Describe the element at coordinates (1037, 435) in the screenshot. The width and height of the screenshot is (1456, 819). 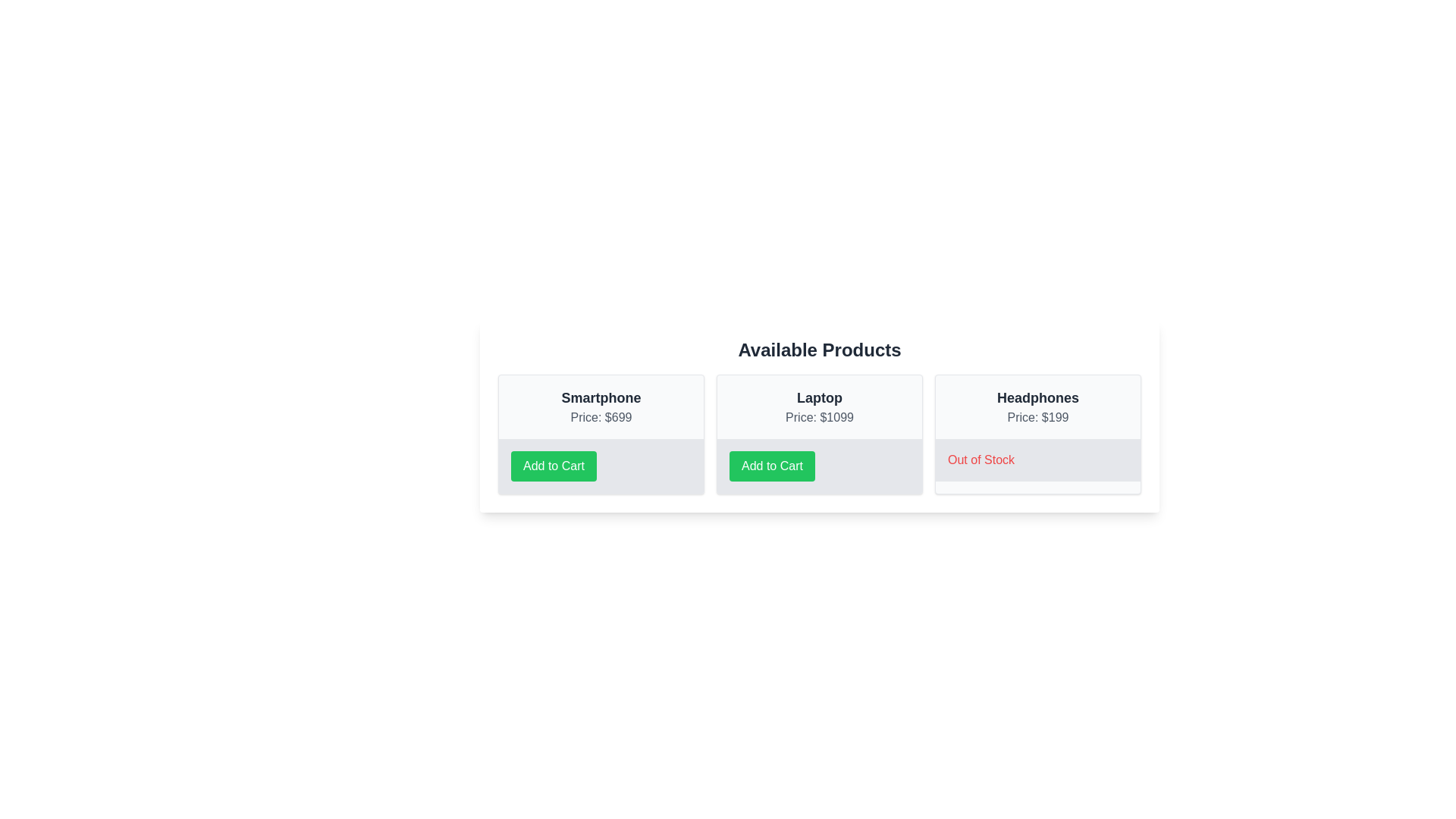
I see `the Information card that provides details about 'Headphones', which is the third card in a grid layout of products, positioned to the right of the 'Laptop' card and below the title 'Available Products'` at that location.